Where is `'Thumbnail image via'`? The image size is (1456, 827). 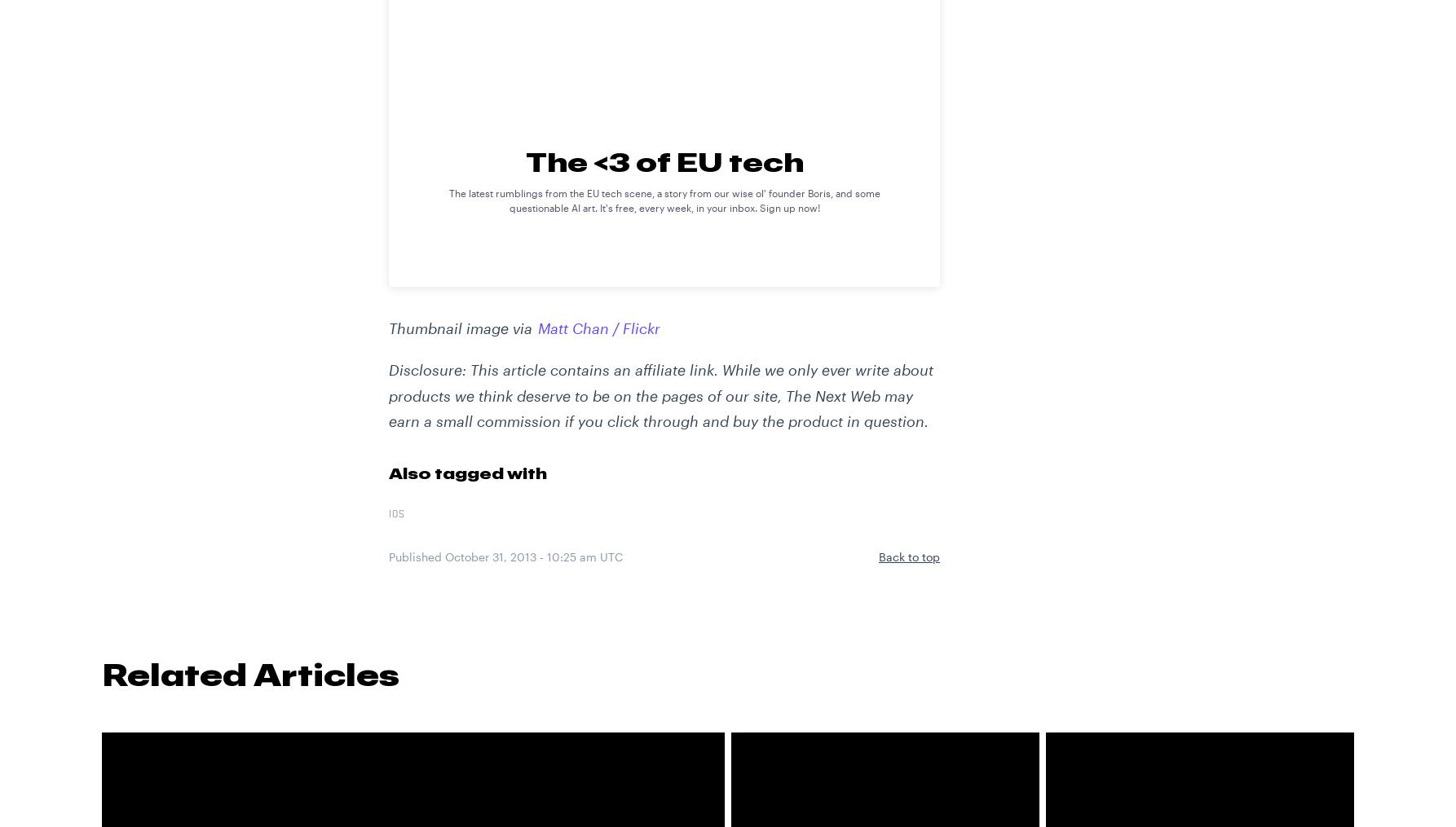 'Thumbnail image via' is located at coordinates (461, 328).